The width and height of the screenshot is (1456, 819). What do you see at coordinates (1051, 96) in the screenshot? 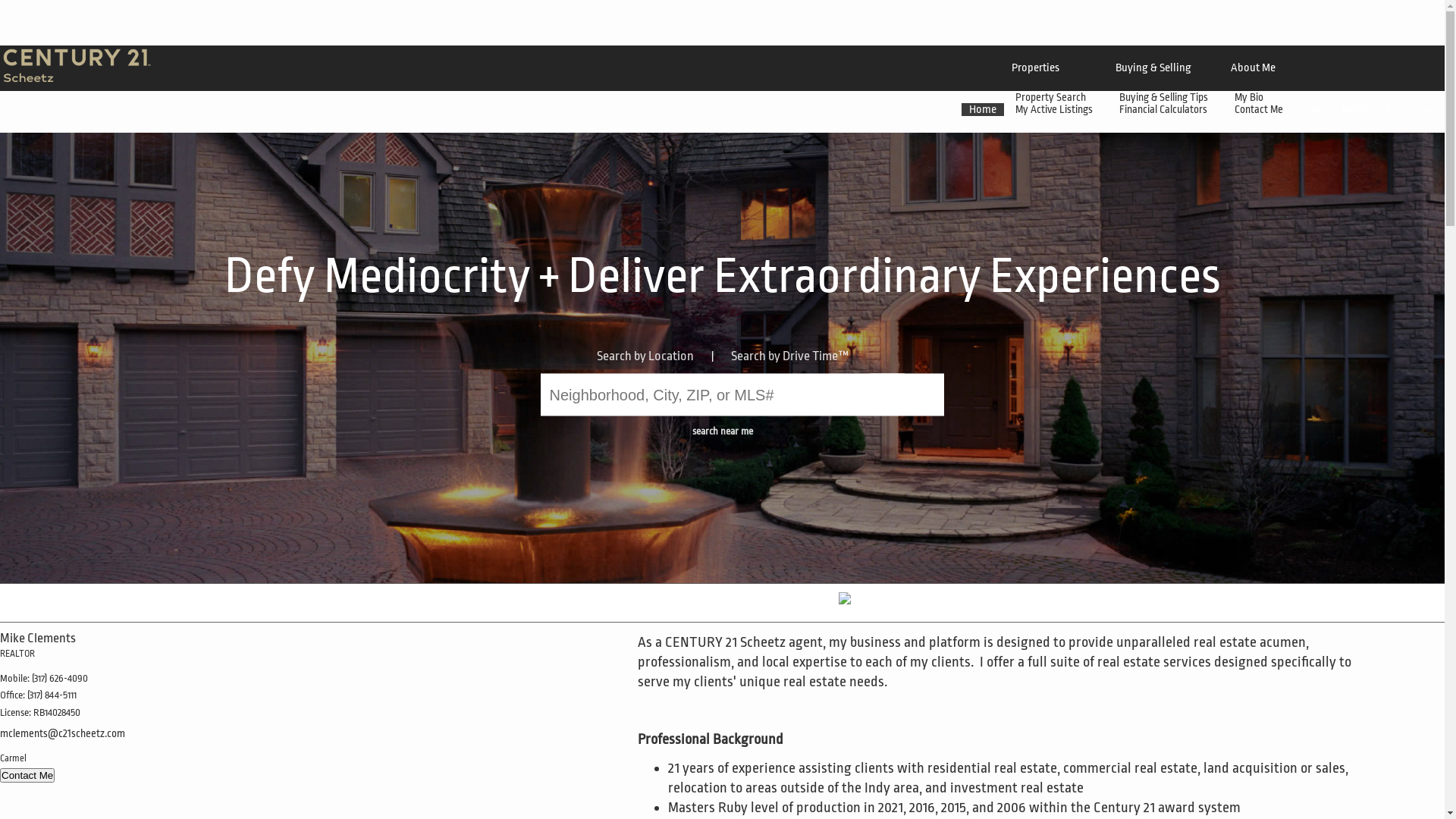
I see `'Property Search'` at bounding box center [1051, 96].